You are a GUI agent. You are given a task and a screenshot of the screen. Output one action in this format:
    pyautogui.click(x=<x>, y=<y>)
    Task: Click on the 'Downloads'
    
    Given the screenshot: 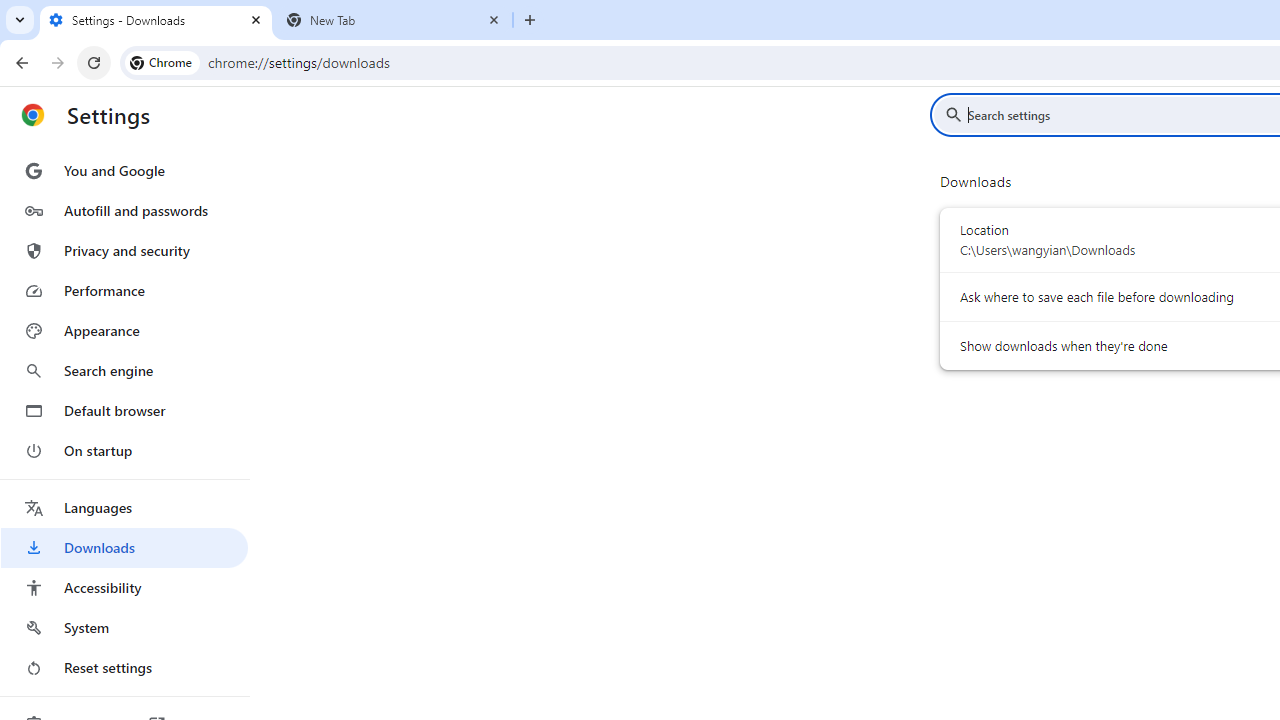 What is the action you would take?
    pyautogui.click(x=123, y=547)
    